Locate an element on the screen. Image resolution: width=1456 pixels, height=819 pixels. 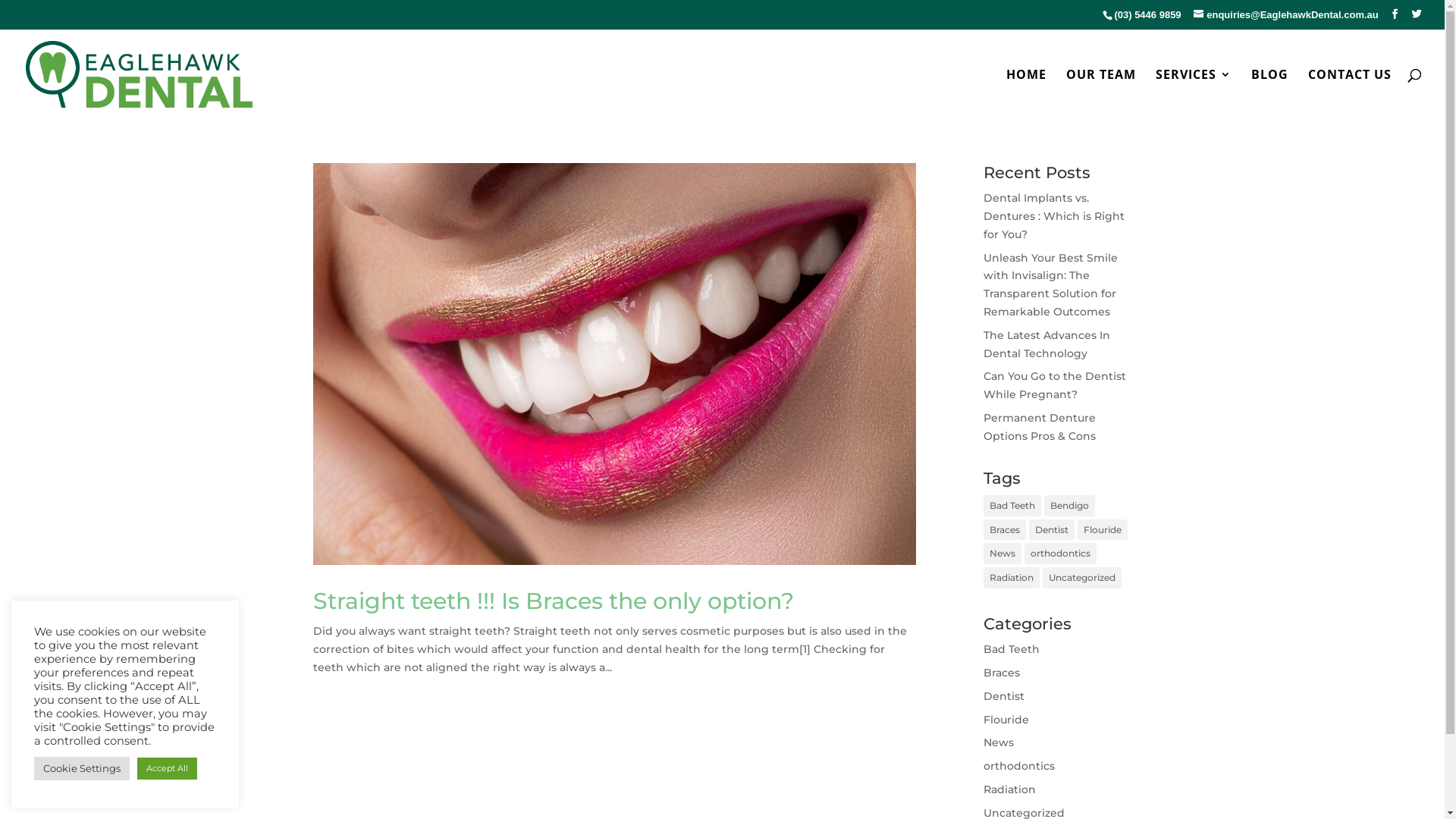
'Accept All' is located at coordinates (167, 768).